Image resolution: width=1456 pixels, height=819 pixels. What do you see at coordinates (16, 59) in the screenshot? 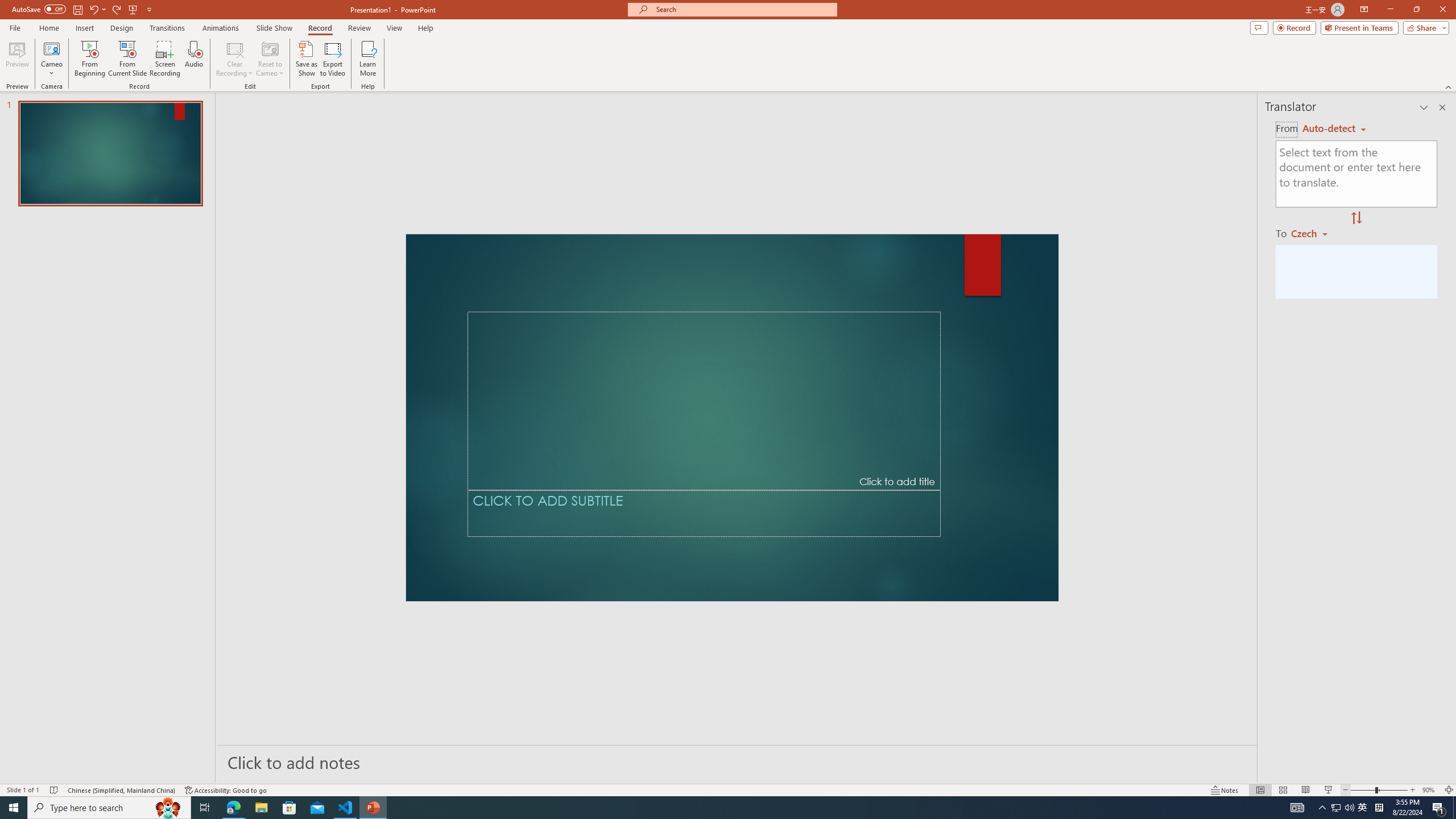
I see `'Preview'` at bounding box center [16, 59].